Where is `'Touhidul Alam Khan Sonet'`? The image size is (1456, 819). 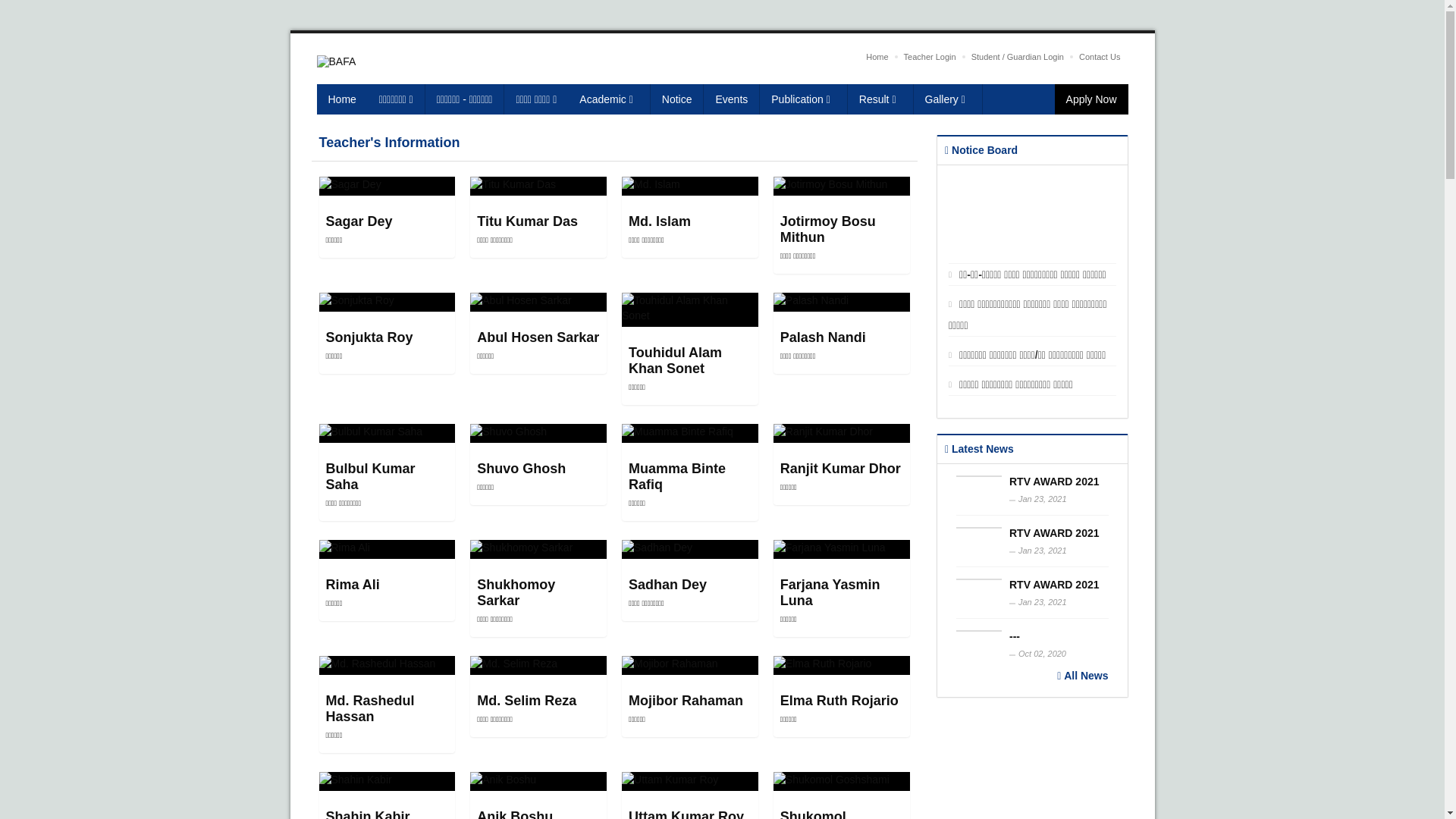
'Touhidul Alam Khan Sonet' is located at coordinates (674, 360).